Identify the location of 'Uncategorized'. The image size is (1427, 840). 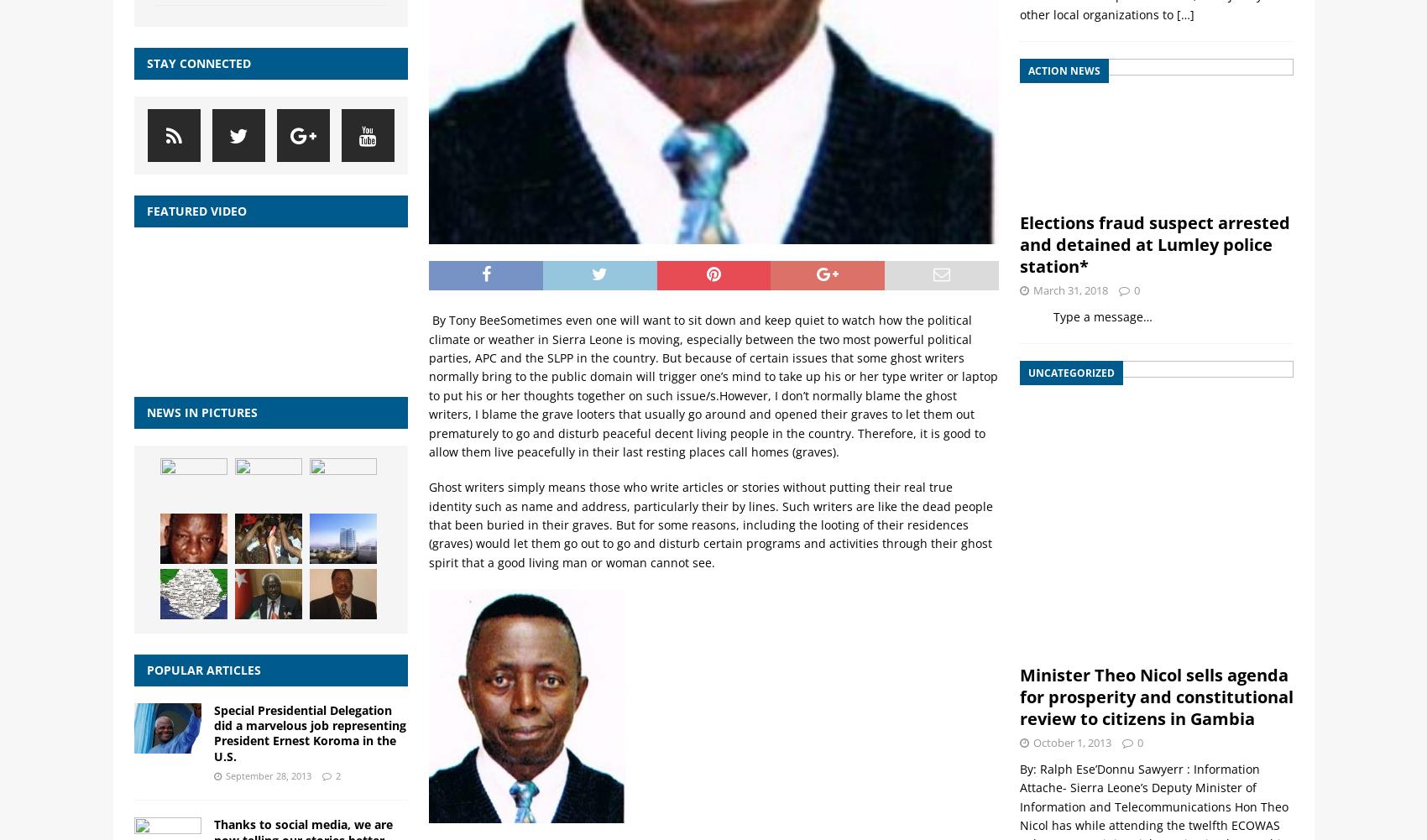
(1070, 373).